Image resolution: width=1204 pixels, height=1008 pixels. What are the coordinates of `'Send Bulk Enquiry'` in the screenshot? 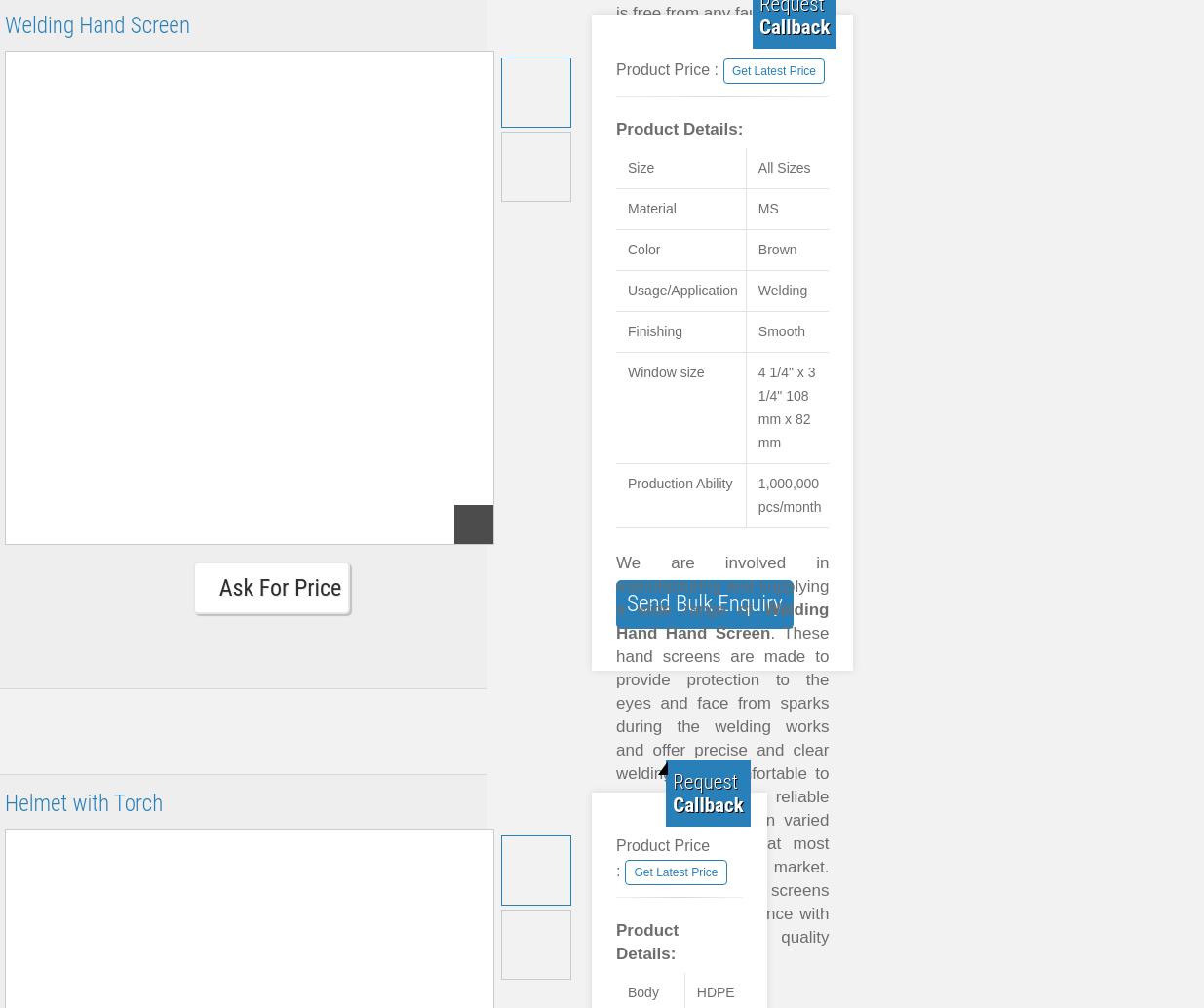 It's located at (704, 603).